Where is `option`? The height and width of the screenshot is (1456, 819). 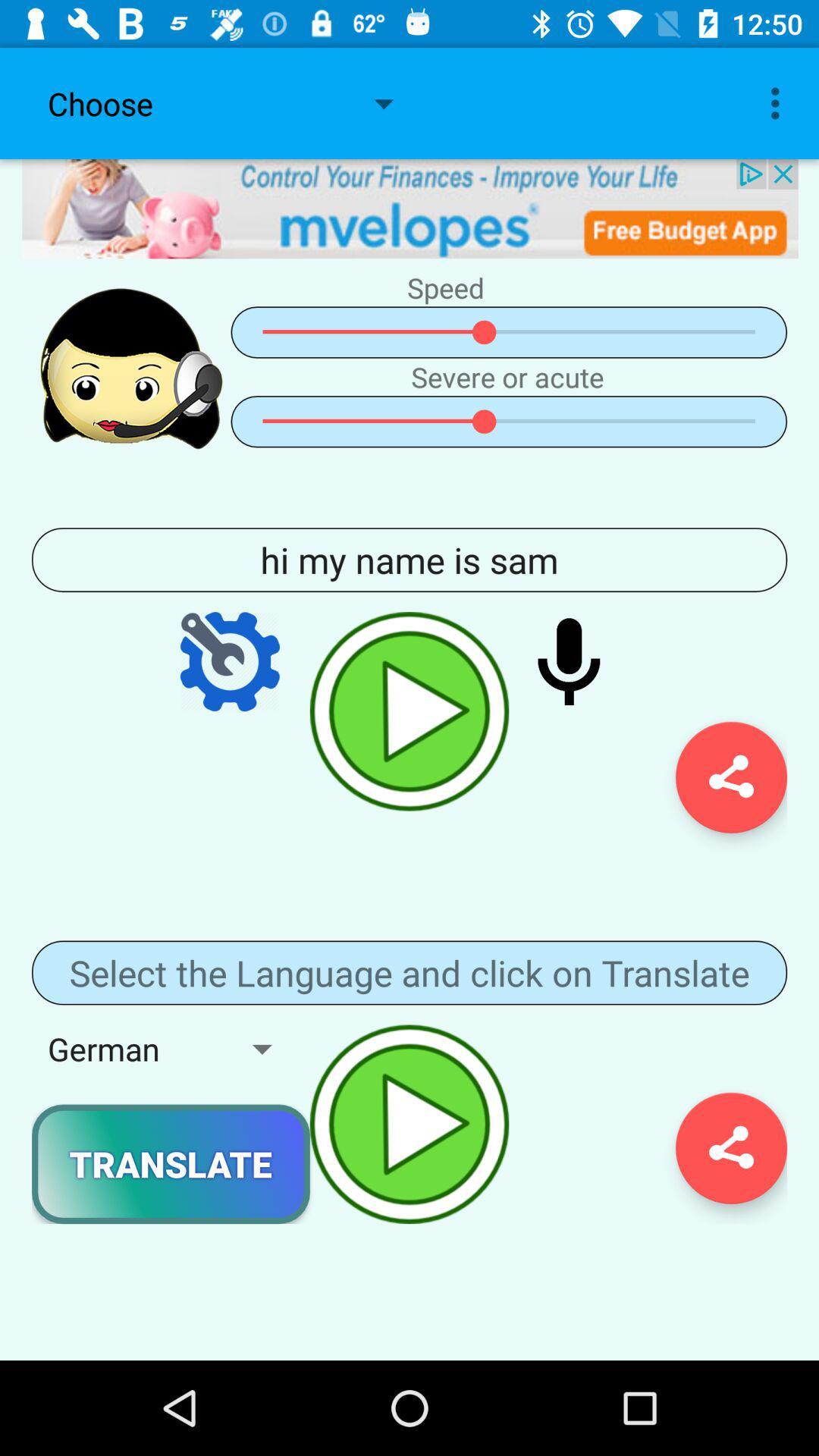 option is located at coordinates (409, 711).